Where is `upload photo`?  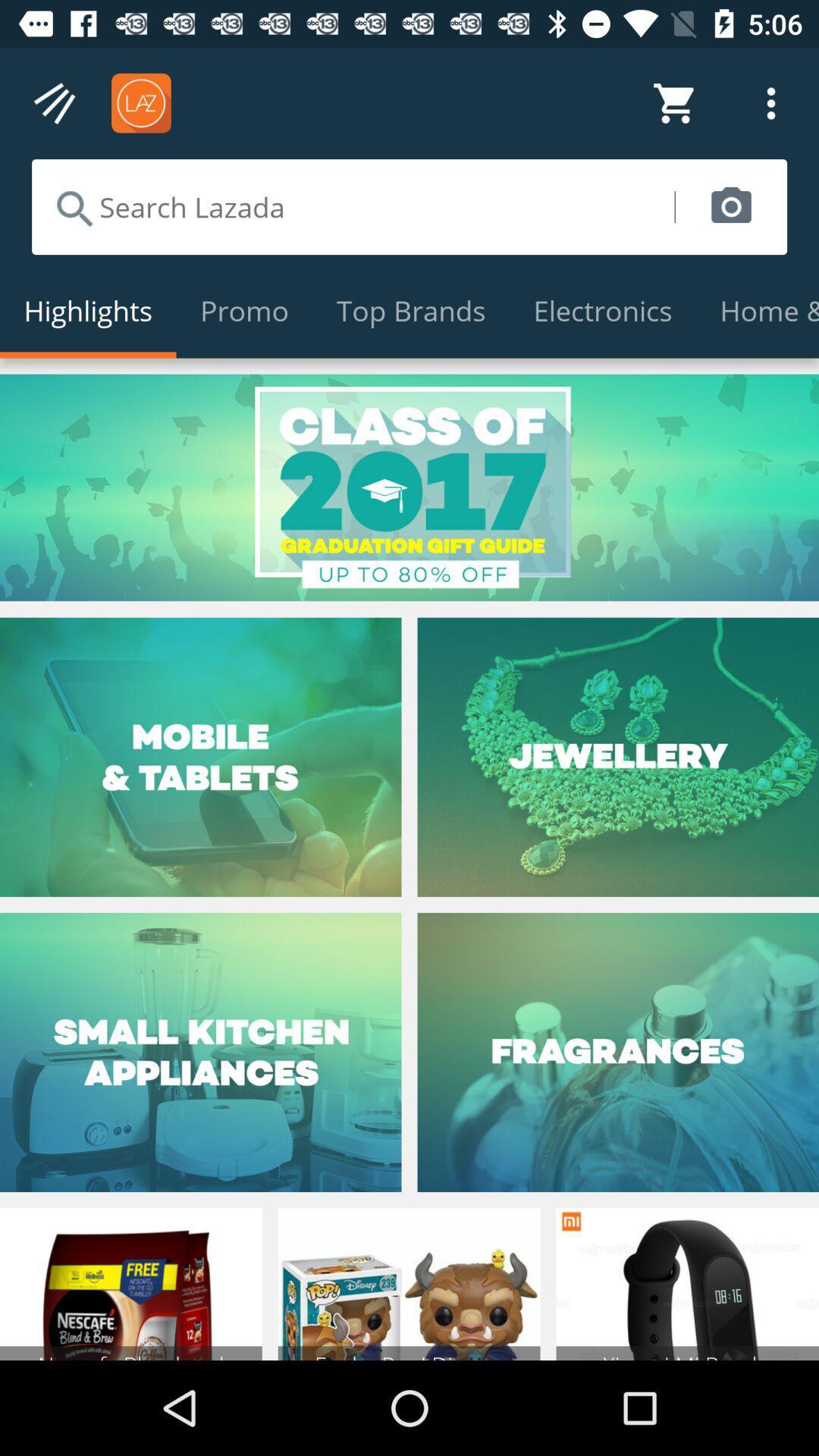 upload photo is located at coordinates (730, 206).